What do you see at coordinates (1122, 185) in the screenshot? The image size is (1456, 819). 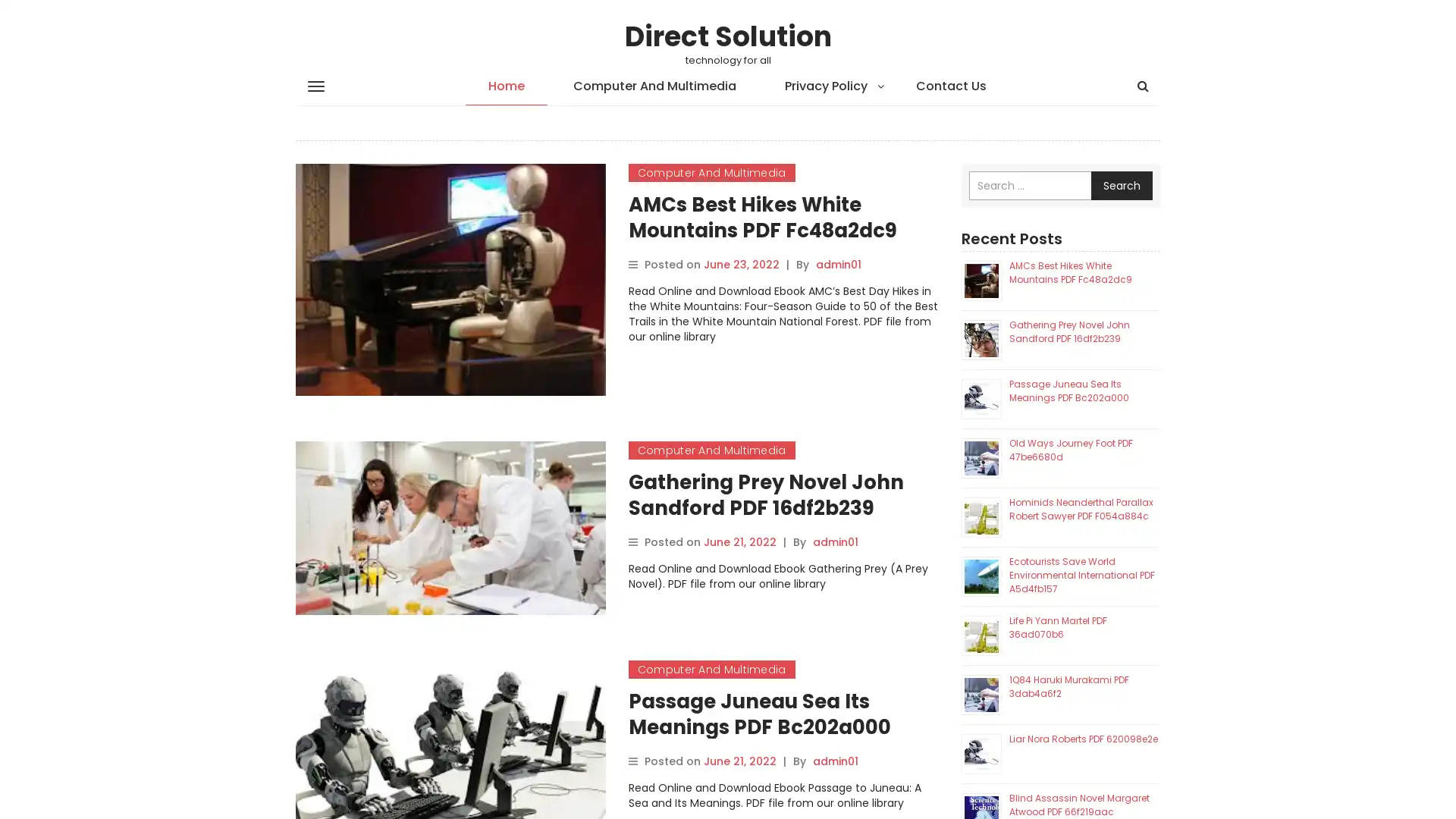 I see `Search` at bounding box center [1122, 185].